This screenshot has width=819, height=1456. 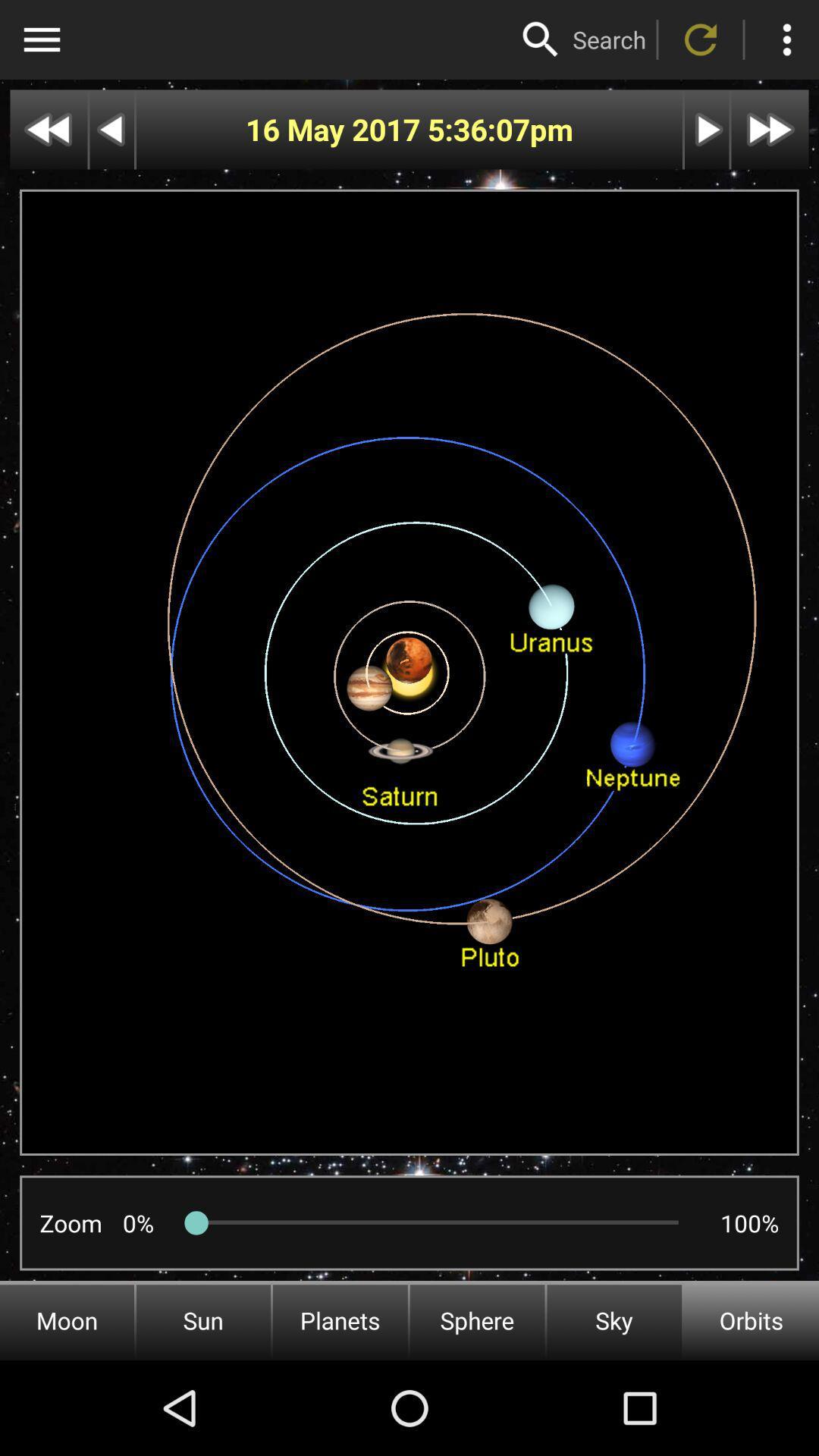 What do you see at coordinates (540, 39) in the screenshot?
I see `search` at bounding box center [540, 39].